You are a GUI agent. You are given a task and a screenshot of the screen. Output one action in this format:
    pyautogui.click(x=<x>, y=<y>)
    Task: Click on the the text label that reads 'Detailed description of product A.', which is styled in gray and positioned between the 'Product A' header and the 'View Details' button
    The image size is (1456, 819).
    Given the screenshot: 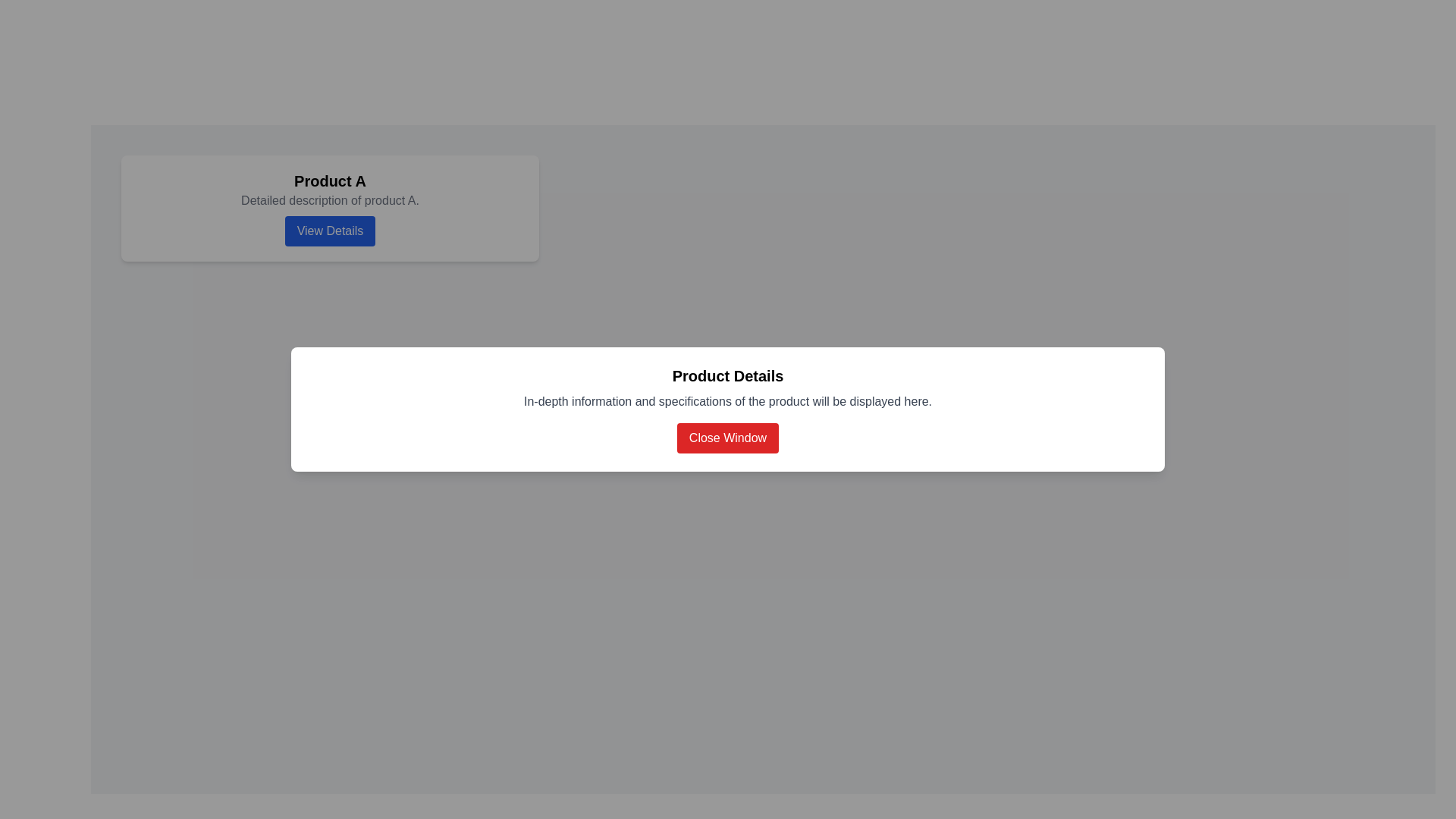 What is the action you would take?
    pyautogui.click(x=329, y=200)
    